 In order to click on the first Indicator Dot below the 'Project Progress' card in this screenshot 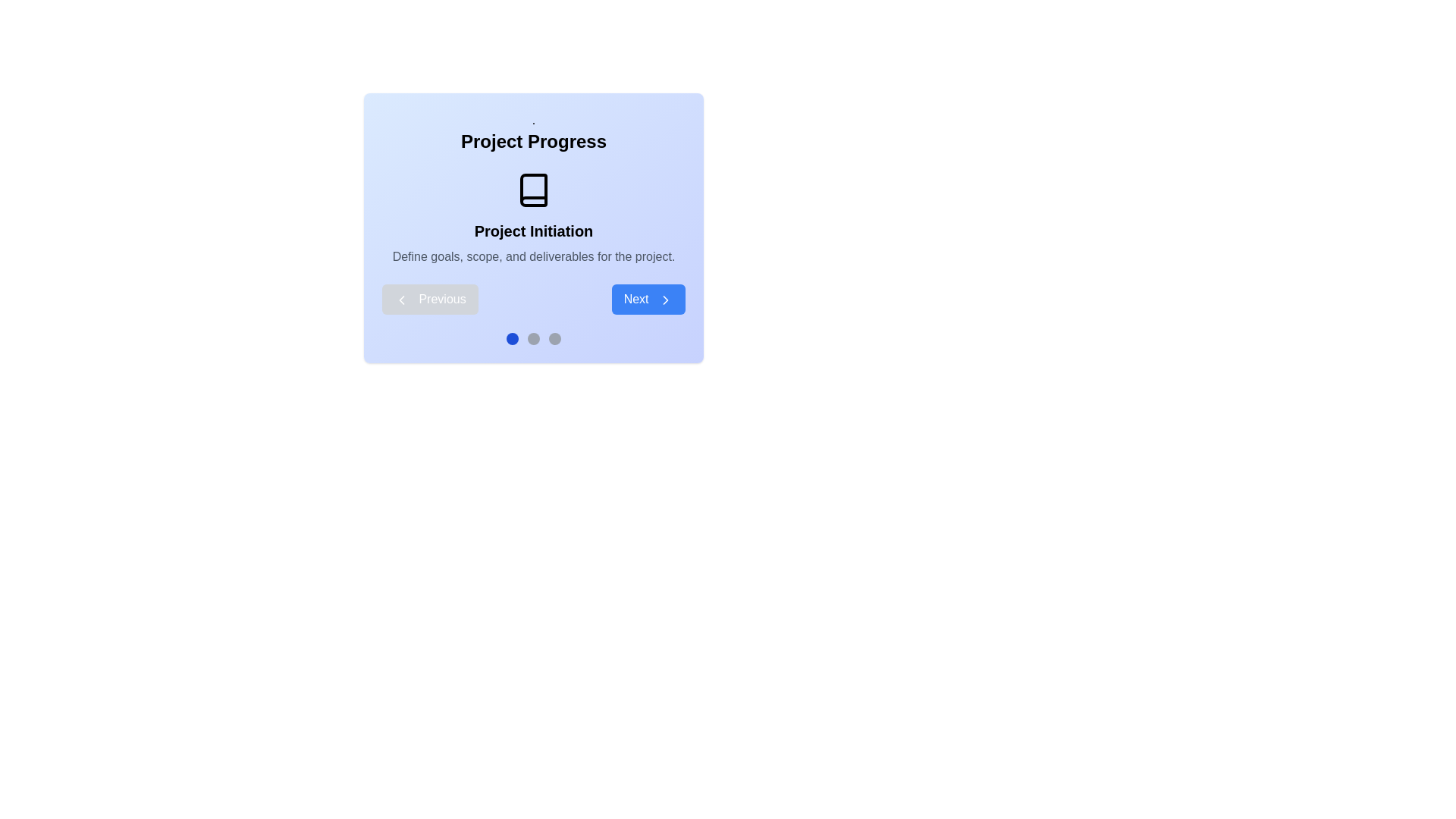, I will do `click(513, 338)`.